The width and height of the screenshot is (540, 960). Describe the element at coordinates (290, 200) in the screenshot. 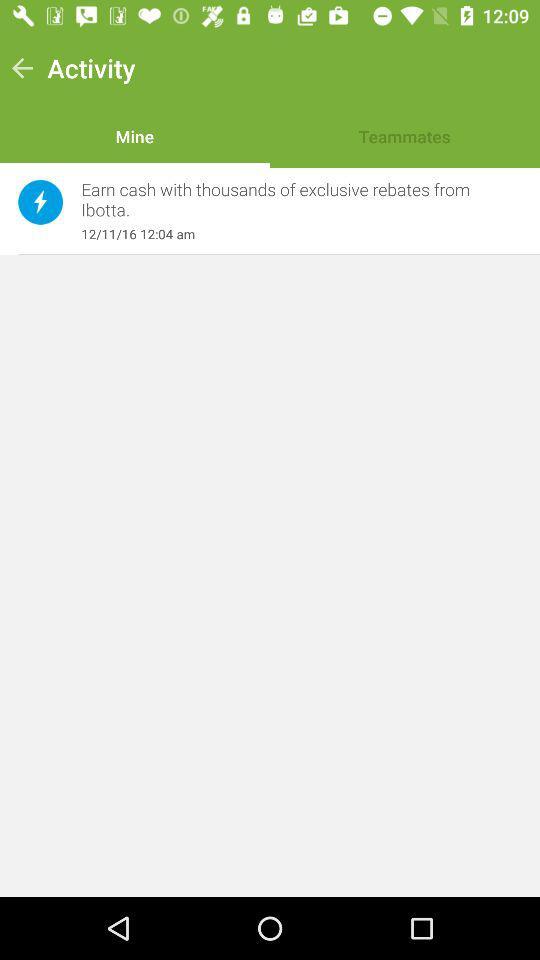

I see `earn cash with item` at that location.